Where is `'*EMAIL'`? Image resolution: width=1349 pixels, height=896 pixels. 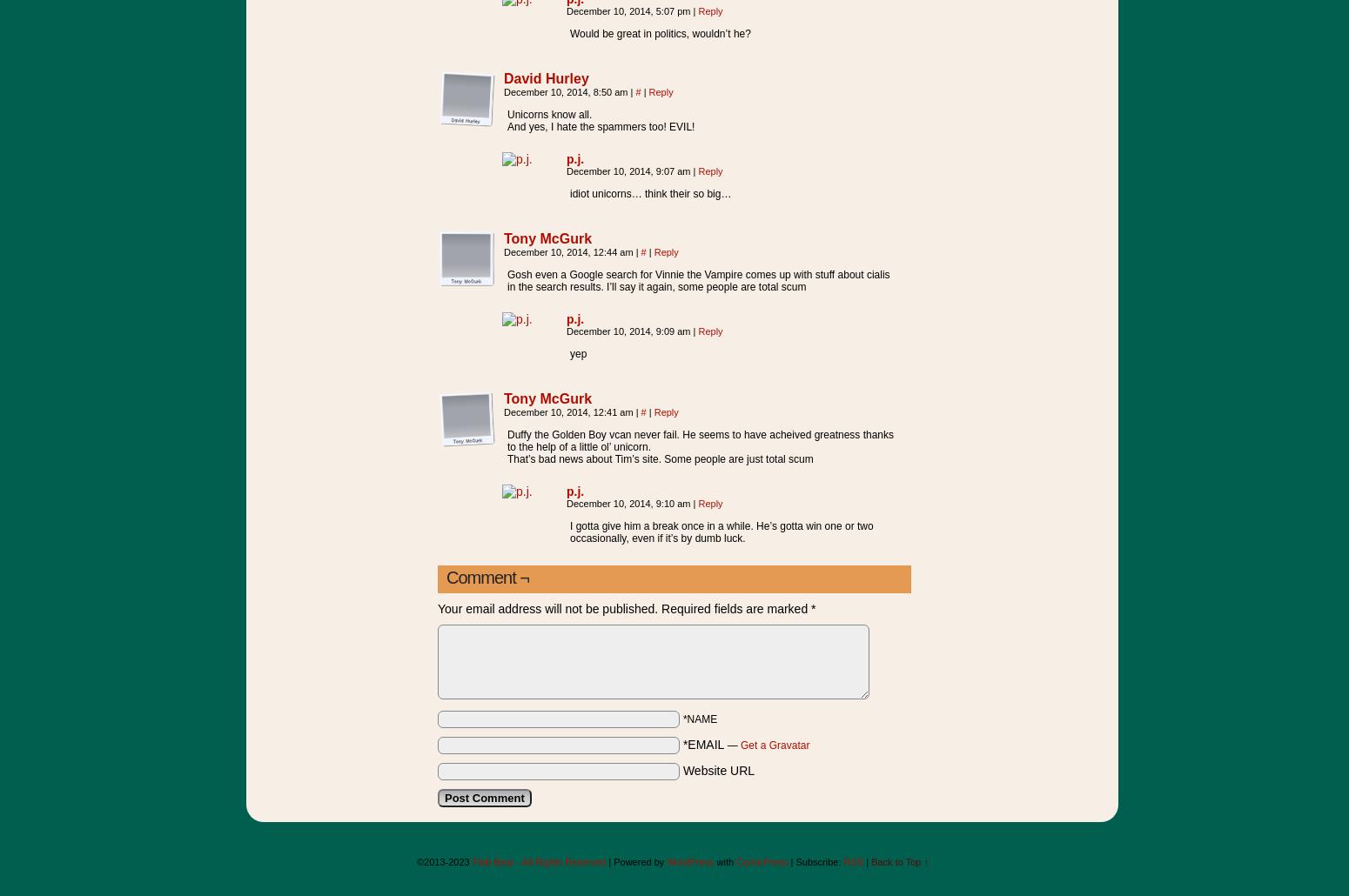 '*EMAIL' is located at coordinates (681, 744).